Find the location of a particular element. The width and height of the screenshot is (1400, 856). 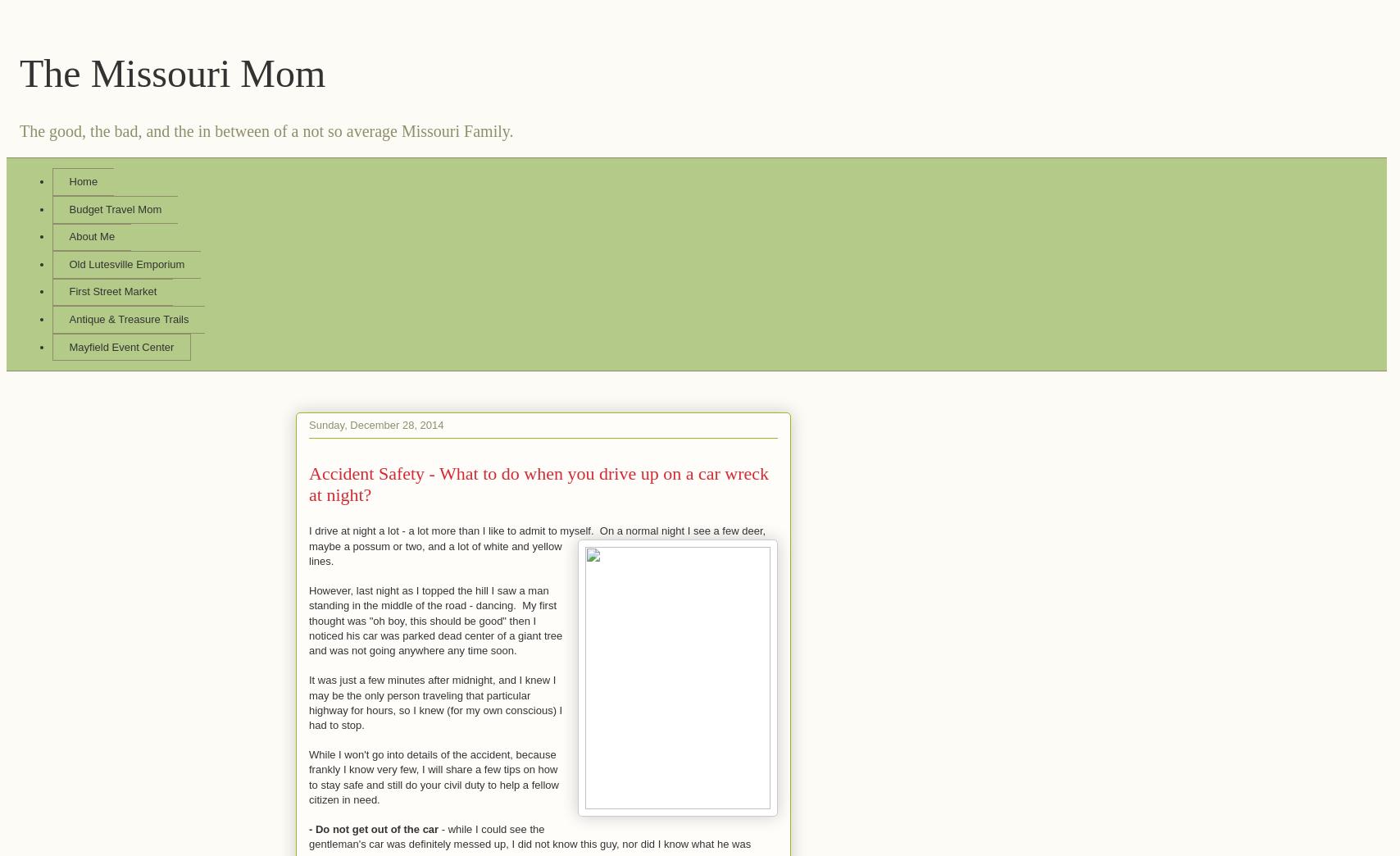

'About Me' is located at coordinates (92, 235).